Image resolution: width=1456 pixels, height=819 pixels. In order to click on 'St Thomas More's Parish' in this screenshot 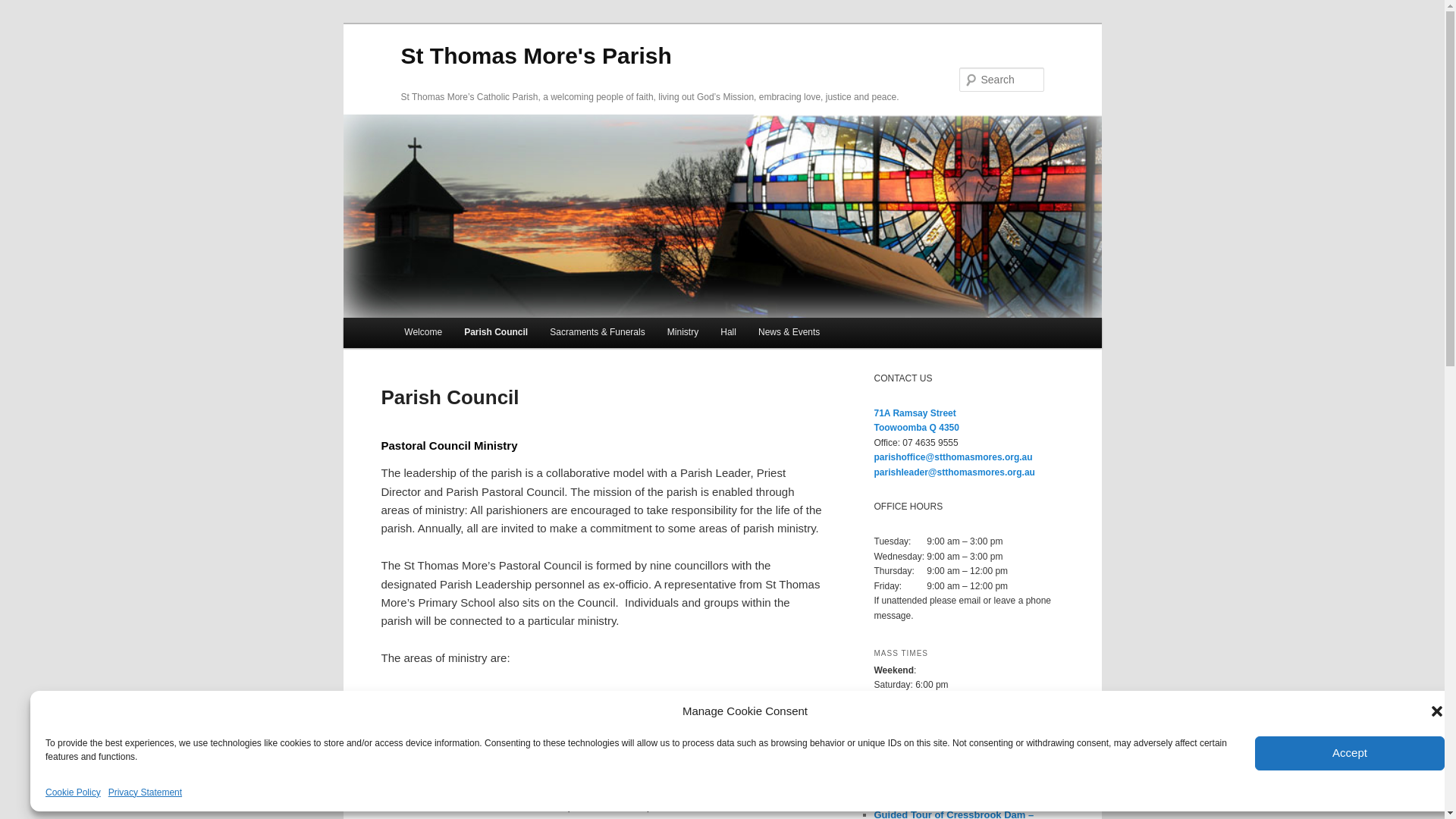, I will do `click(535, 55)`.